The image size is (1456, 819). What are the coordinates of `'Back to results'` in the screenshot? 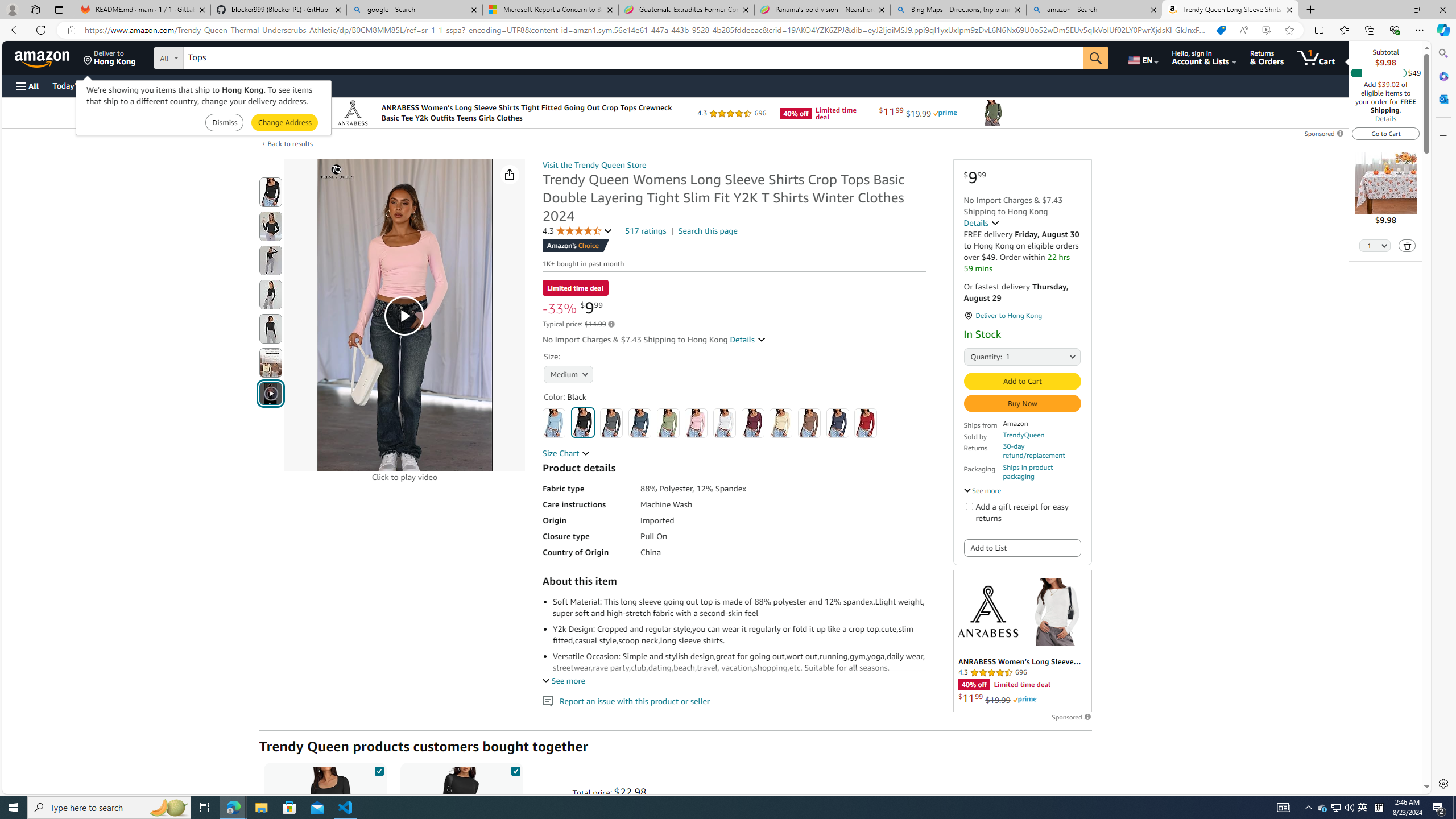 It's located at (289, 143).